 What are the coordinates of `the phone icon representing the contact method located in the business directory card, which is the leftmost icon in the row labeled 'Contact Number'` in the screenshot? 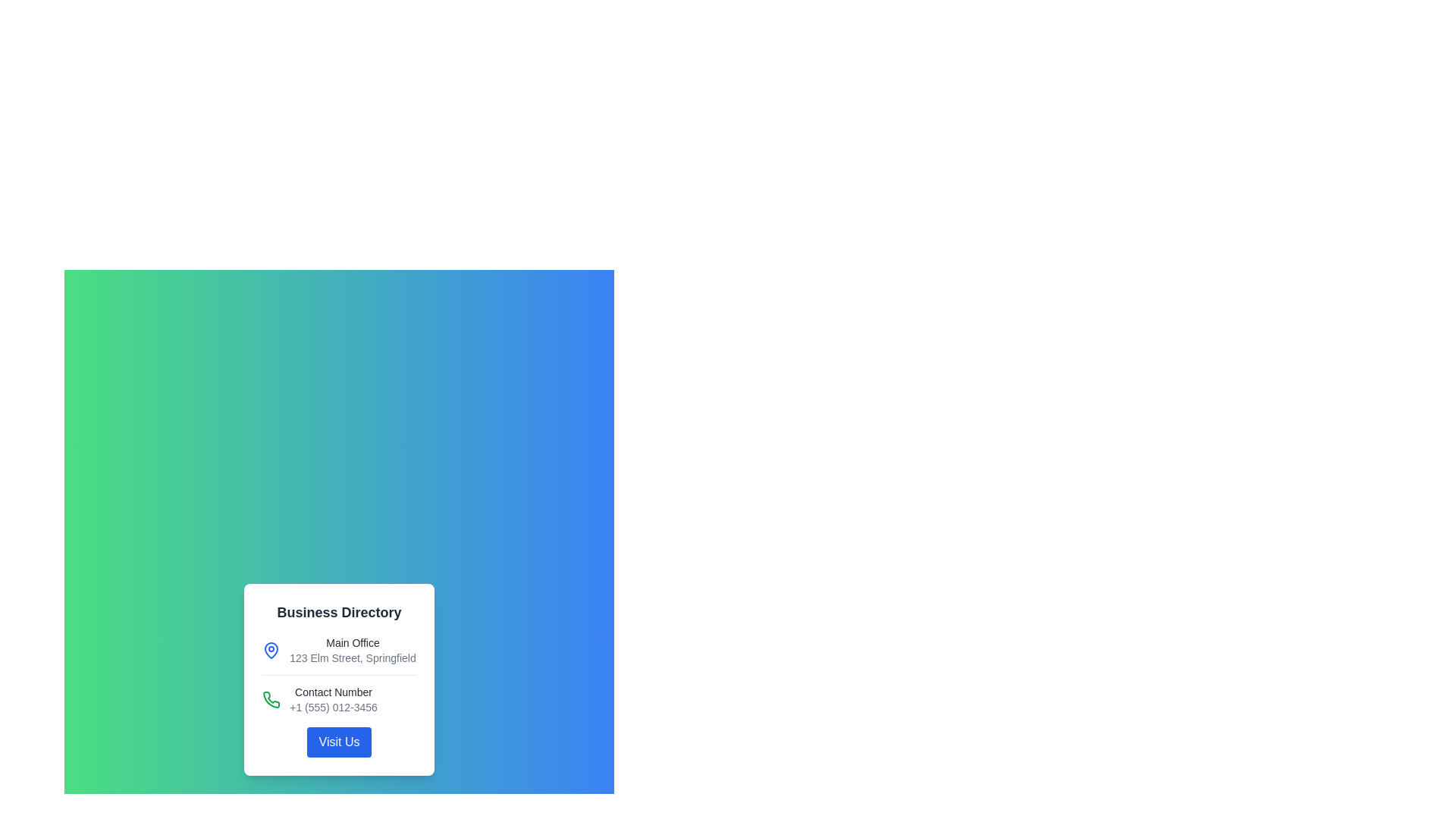 It's located at (271, 699).